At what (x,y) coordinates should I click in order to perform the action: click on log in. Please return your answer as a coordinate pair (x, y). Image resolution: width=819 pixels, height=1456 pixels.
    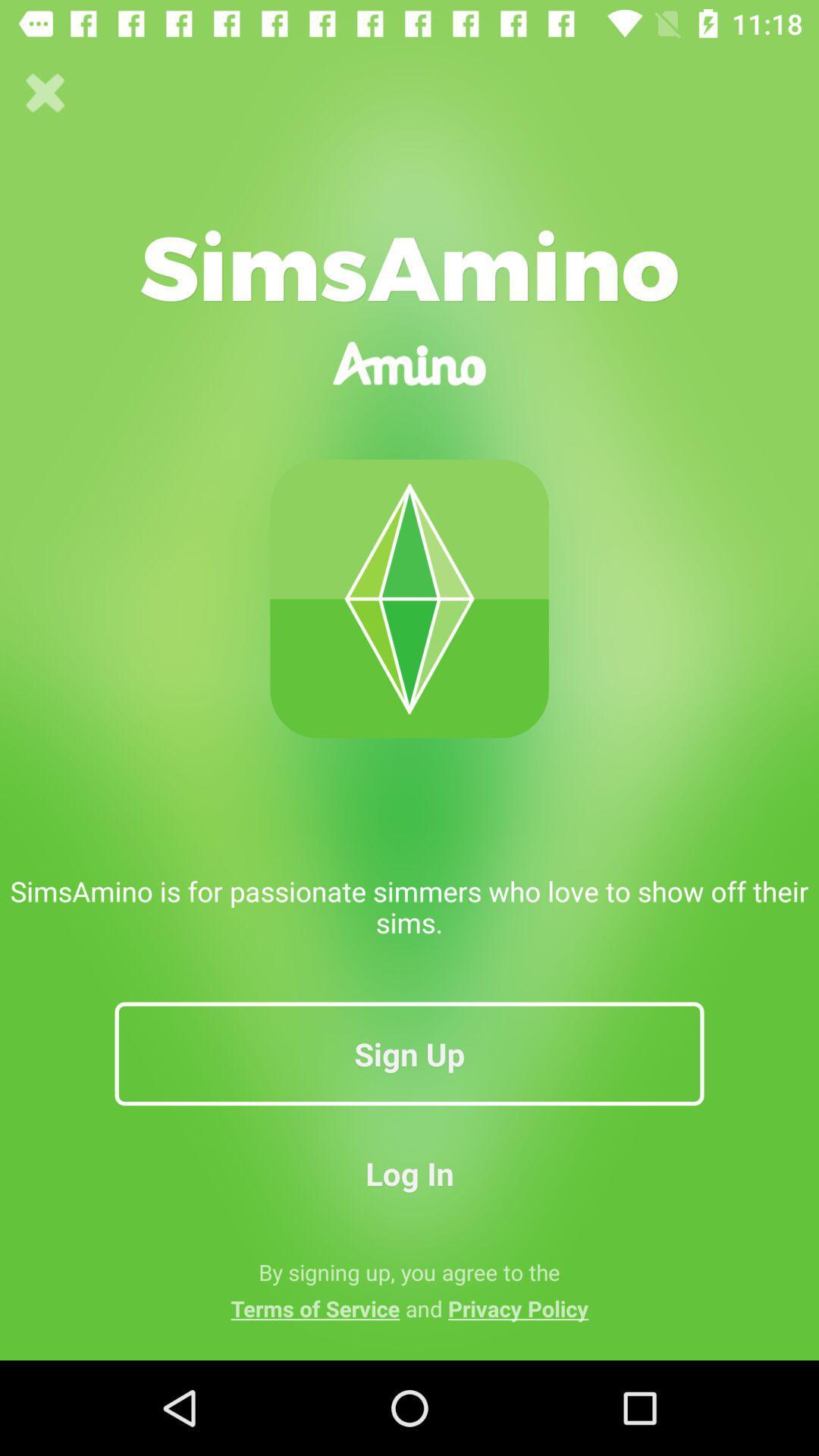
    Looking at the image, I should click on (409, 1172).